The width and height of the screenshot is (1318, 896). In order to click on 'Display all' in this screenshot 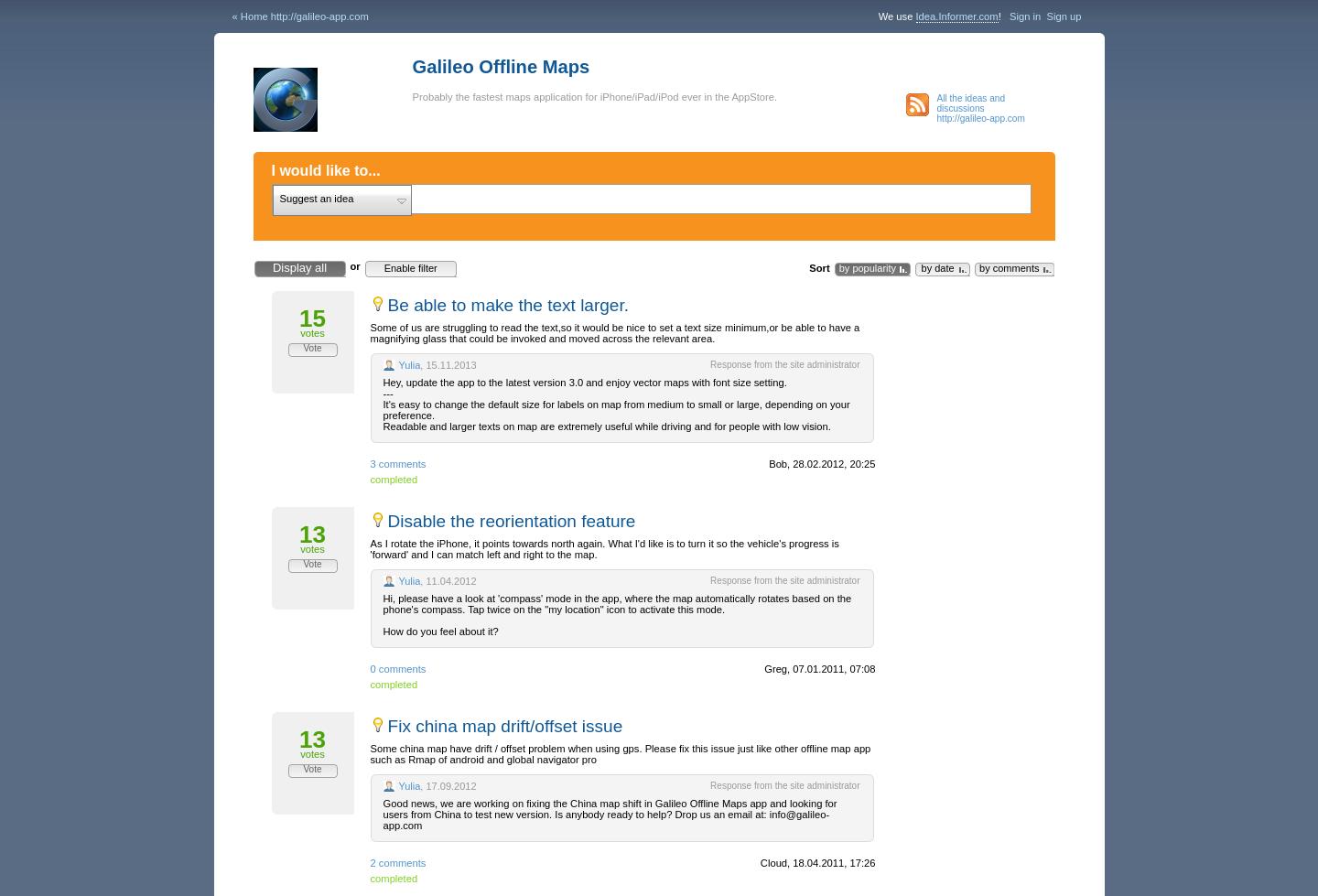, I will do `click(299, 267)`.